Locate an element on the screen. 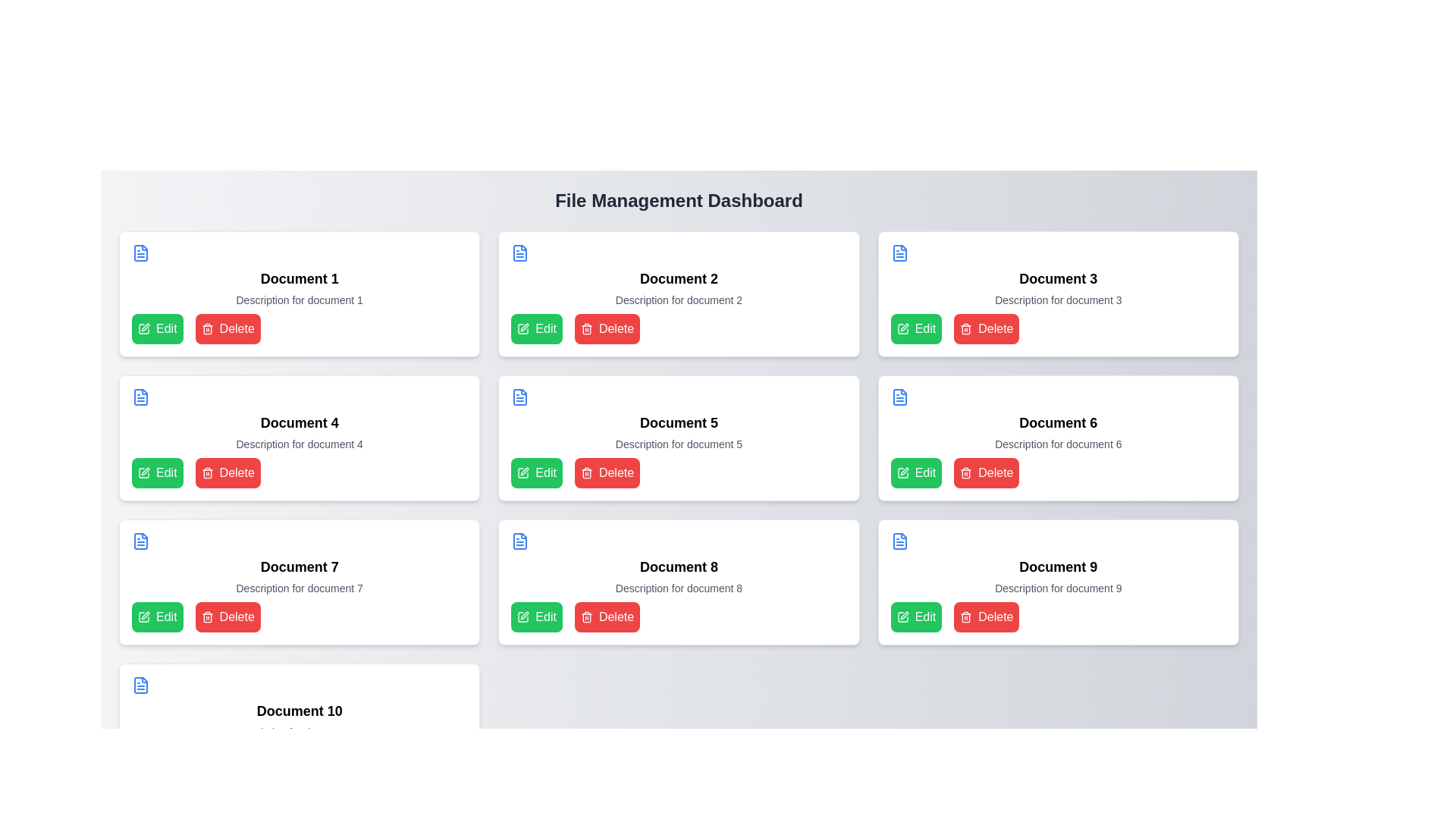 This screenshot has width=1456, height=819. the 'Delete' button with a red background and white text located in the 'Document 2' card is located at coordinates (607, 328).